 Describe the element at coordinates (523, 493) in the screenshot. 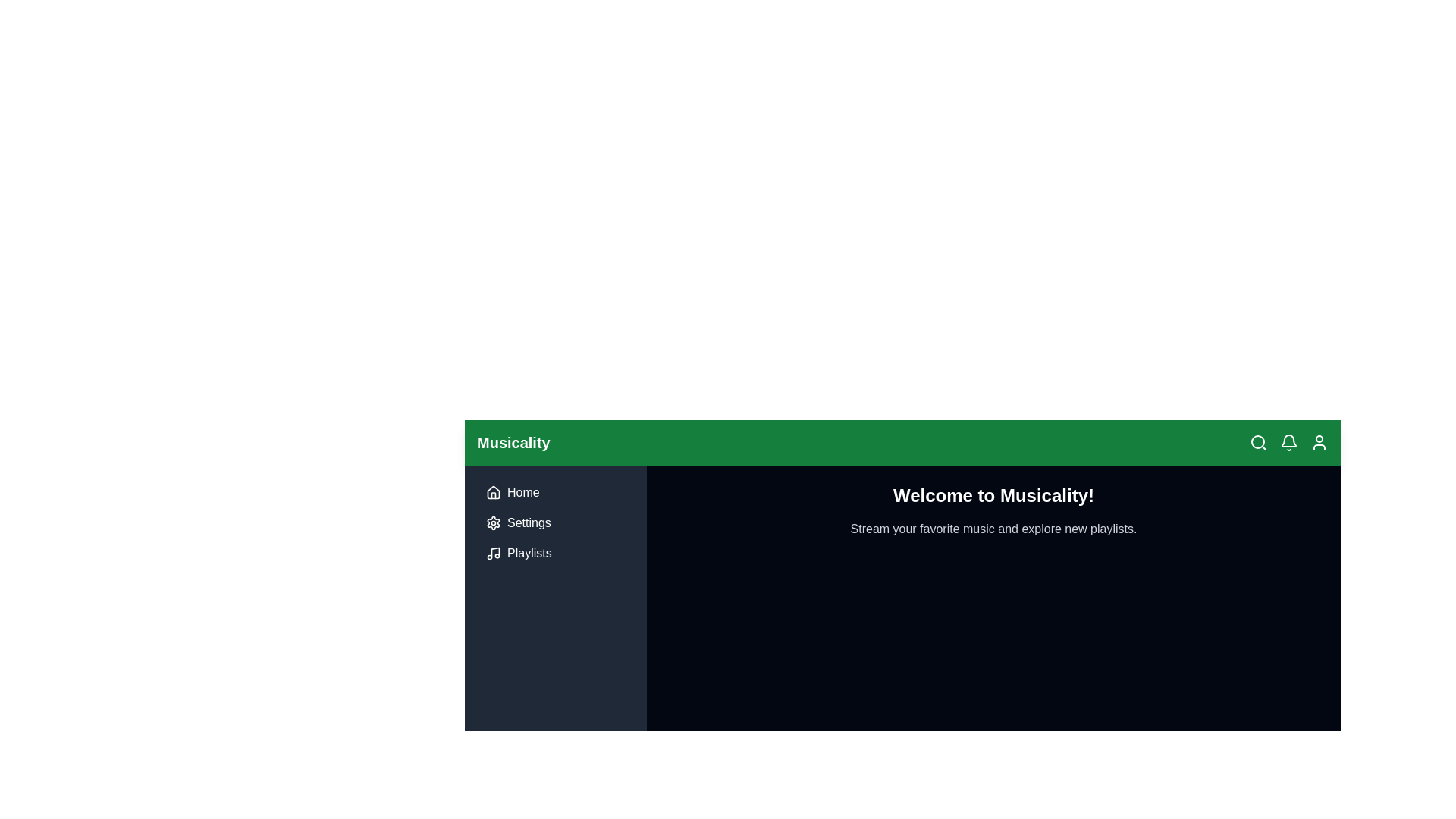

I see `the Text Label that serves as a label for the navigation link to the homepage, located in the left navigation panel directly below the green header bar` at that location.